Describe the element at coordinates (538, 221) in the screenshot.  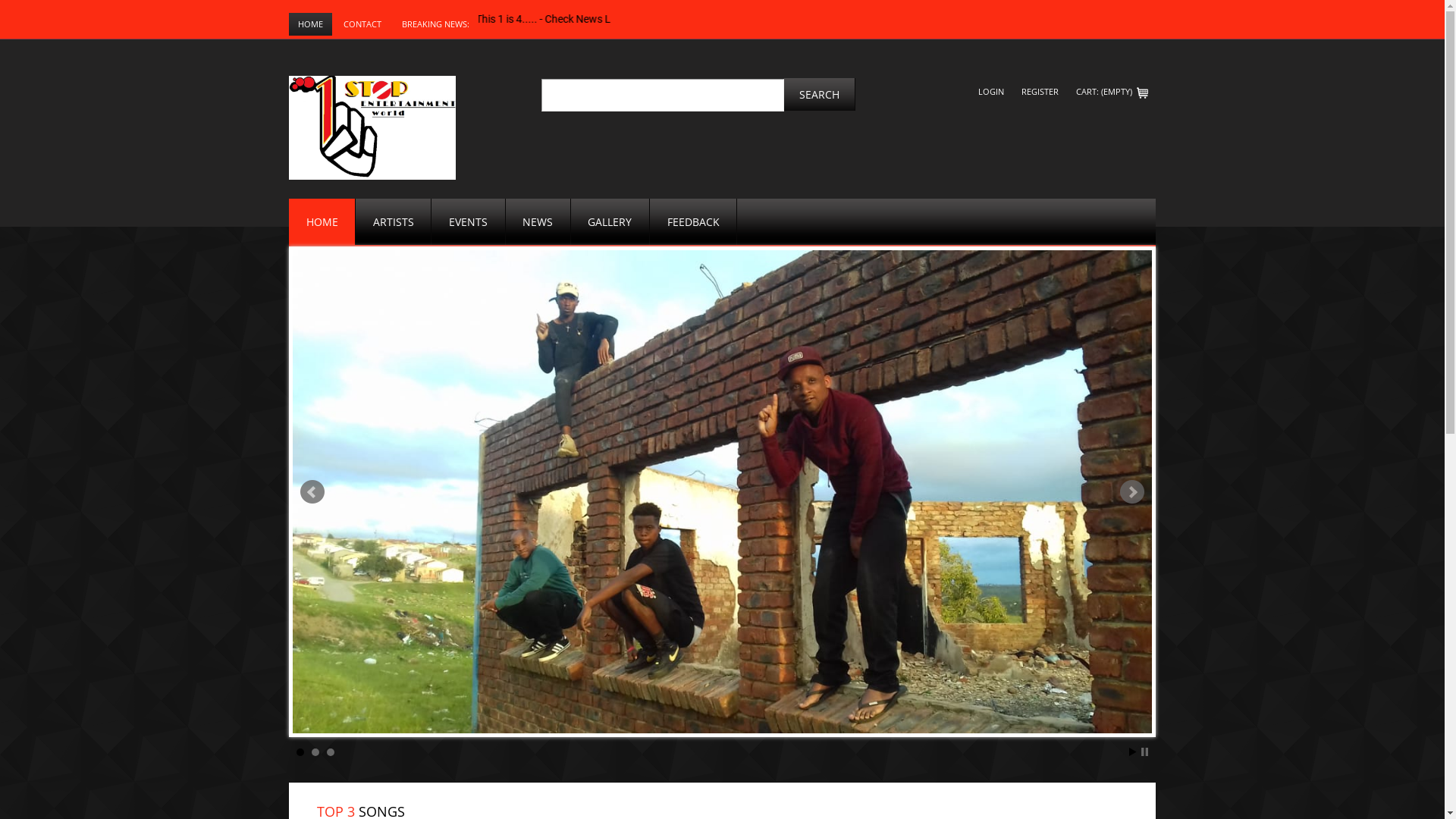
I see `'NEWS'` at that location.